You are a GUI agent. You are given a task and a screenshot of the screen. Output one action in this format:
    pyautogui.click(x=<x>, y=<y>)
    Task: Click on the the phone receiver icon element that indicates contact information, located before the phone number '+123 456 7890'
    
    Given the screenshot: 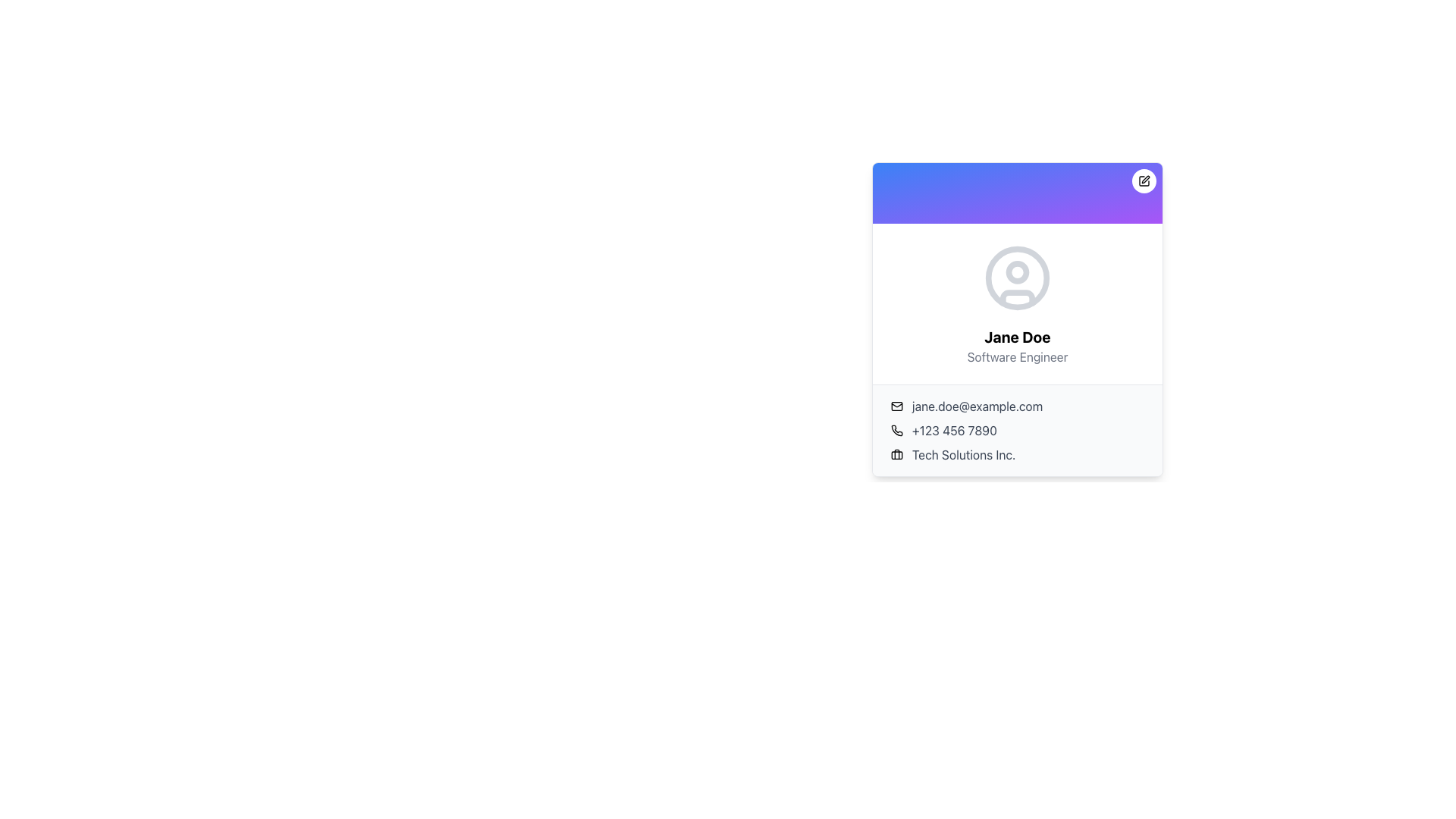 What is the action you would take?
    pyautogui.click(x=897, y=430)
    